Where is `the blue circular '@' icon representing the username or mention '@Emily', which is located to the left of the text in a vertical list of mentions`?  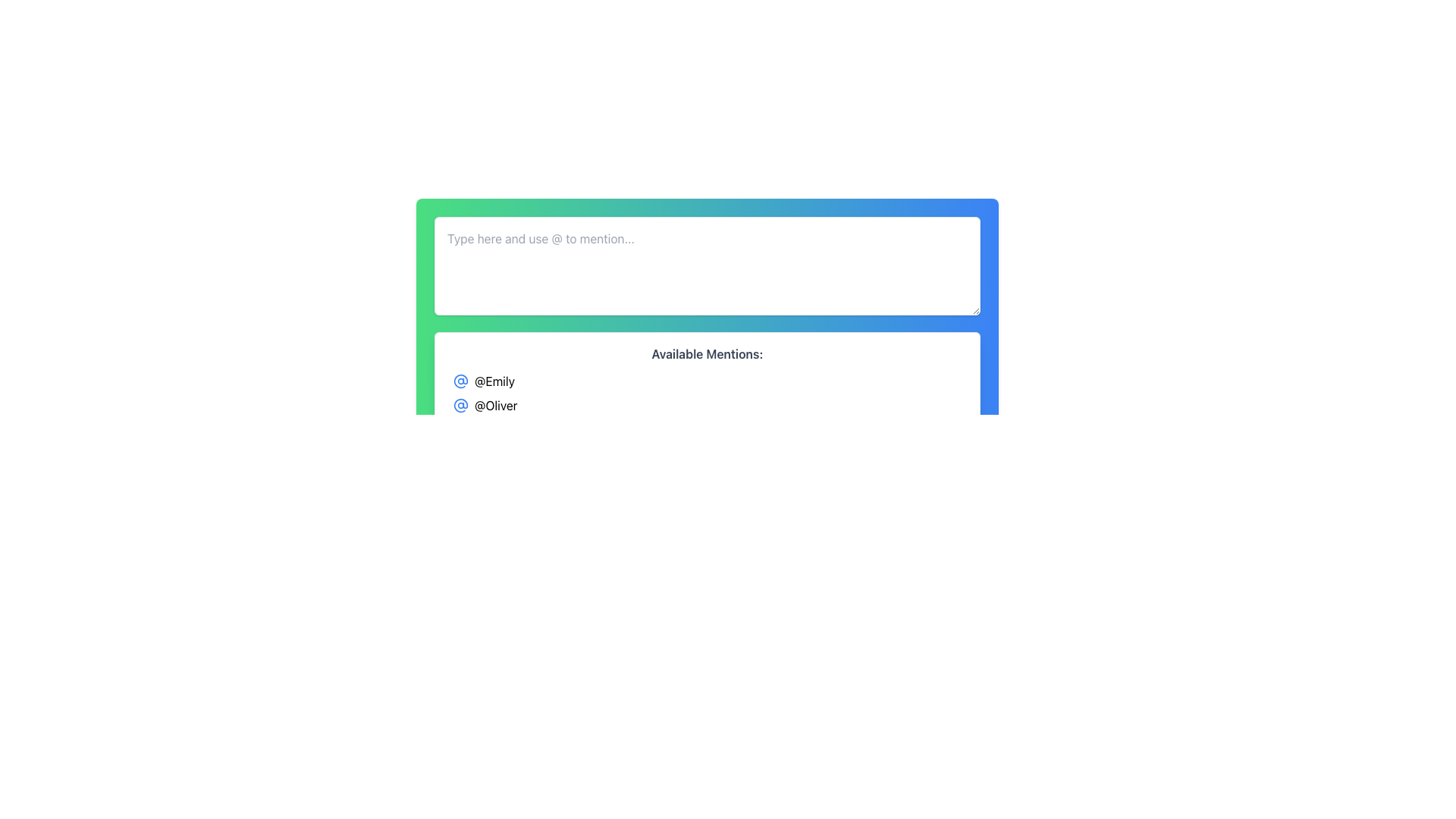 the blue circular '@' icon representing the username or mention '@Emily', which is located to the left of the text in a vertical list of mentions is located at coordinates (460, 380).